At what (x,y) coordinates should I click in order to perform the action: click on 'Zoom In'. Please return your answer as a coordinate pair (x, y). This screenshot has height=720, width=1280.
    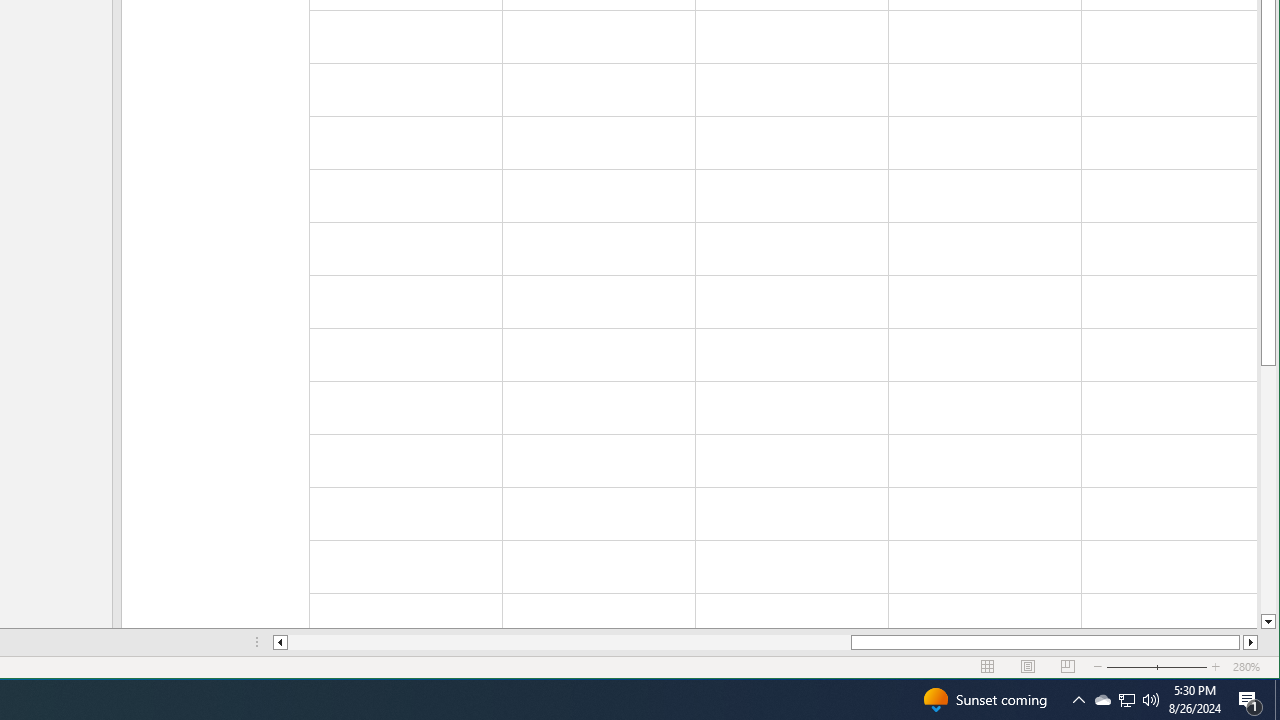
    Looking at the image, I should click on (1250, 642).